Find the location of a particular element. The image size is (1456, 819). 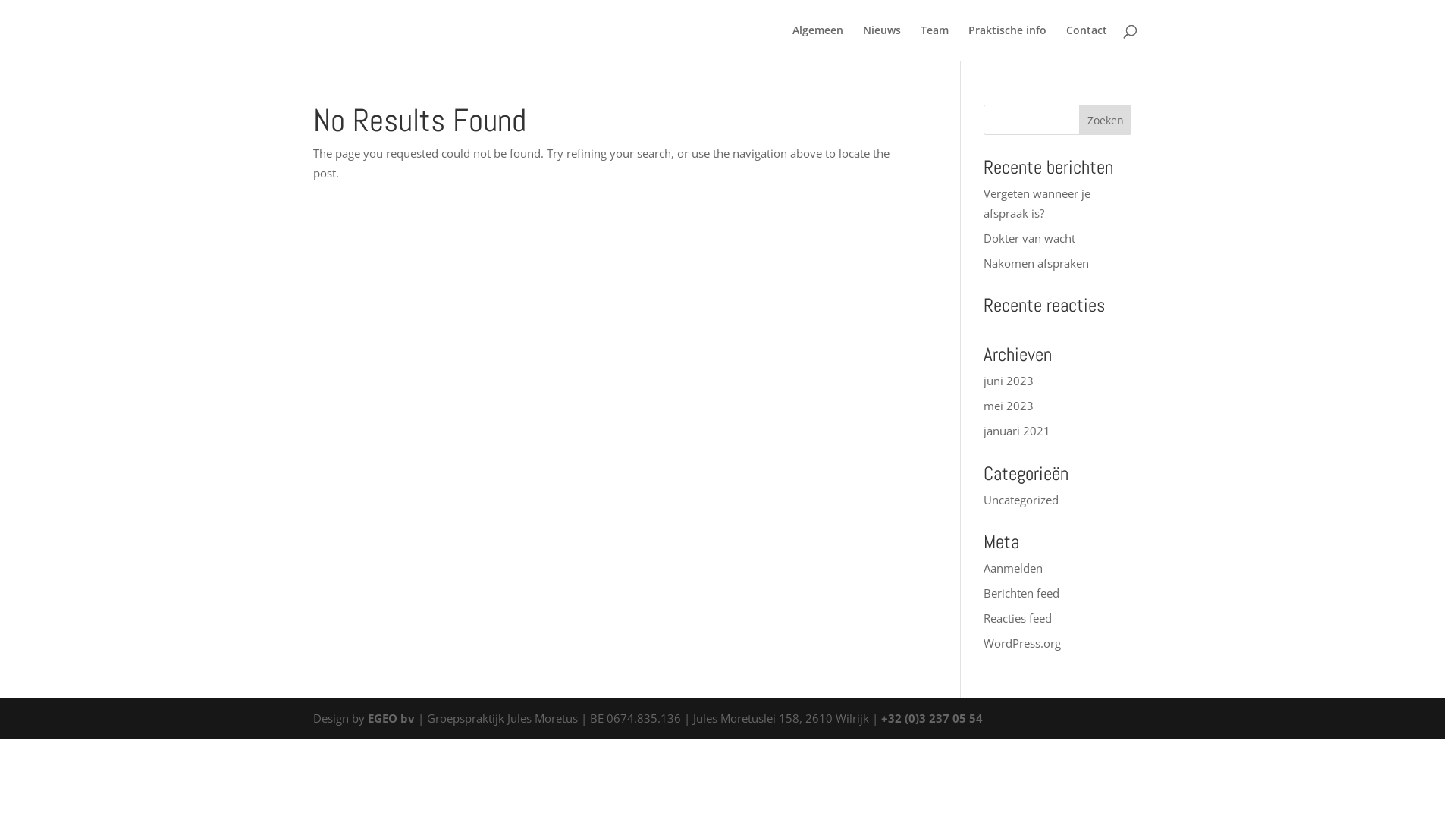

'Praktische info' is located at coordinates (1007, 42).